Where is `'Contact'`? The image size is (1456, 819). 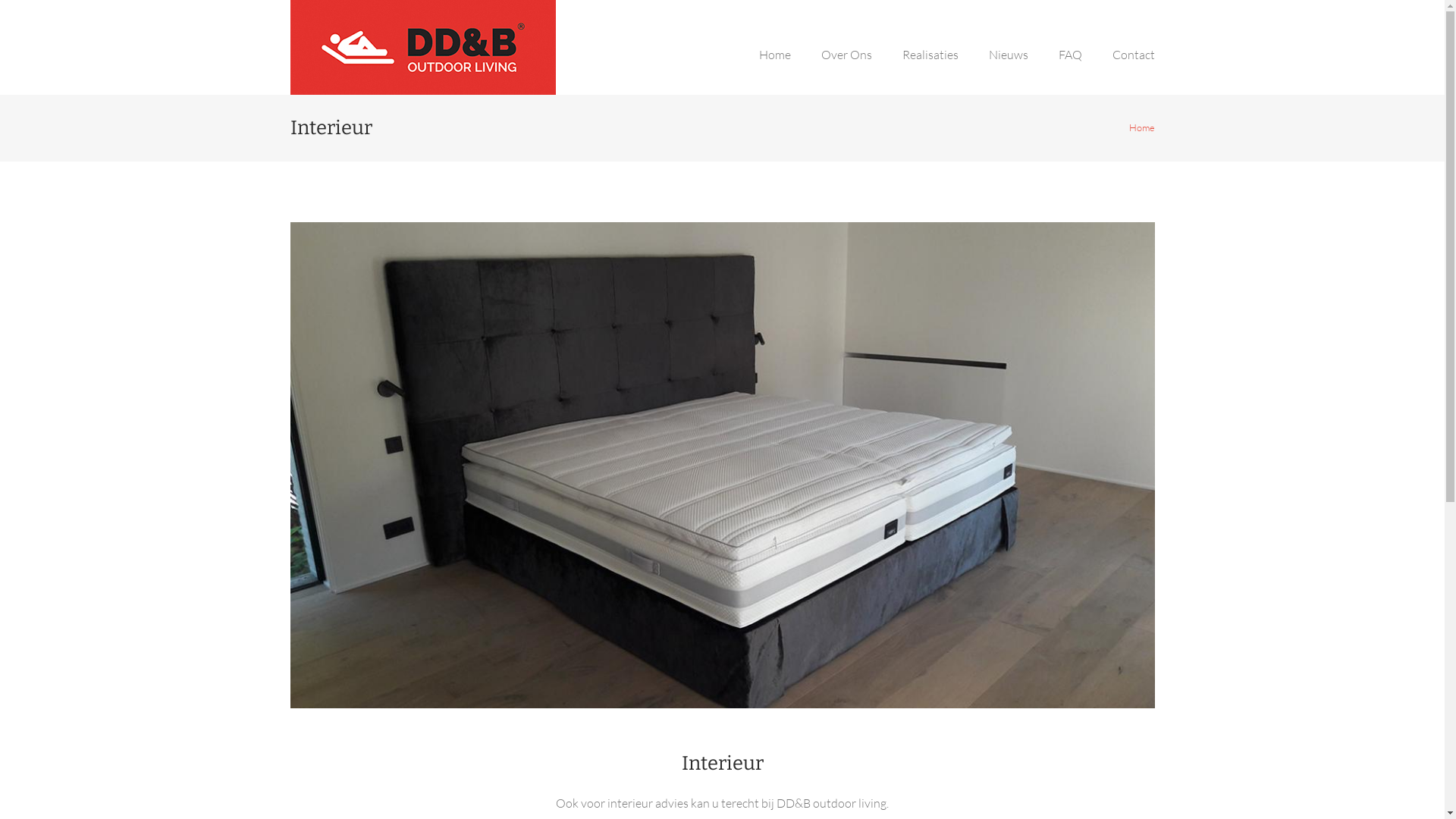 'Contact' is located at coordinates (1125, 71).